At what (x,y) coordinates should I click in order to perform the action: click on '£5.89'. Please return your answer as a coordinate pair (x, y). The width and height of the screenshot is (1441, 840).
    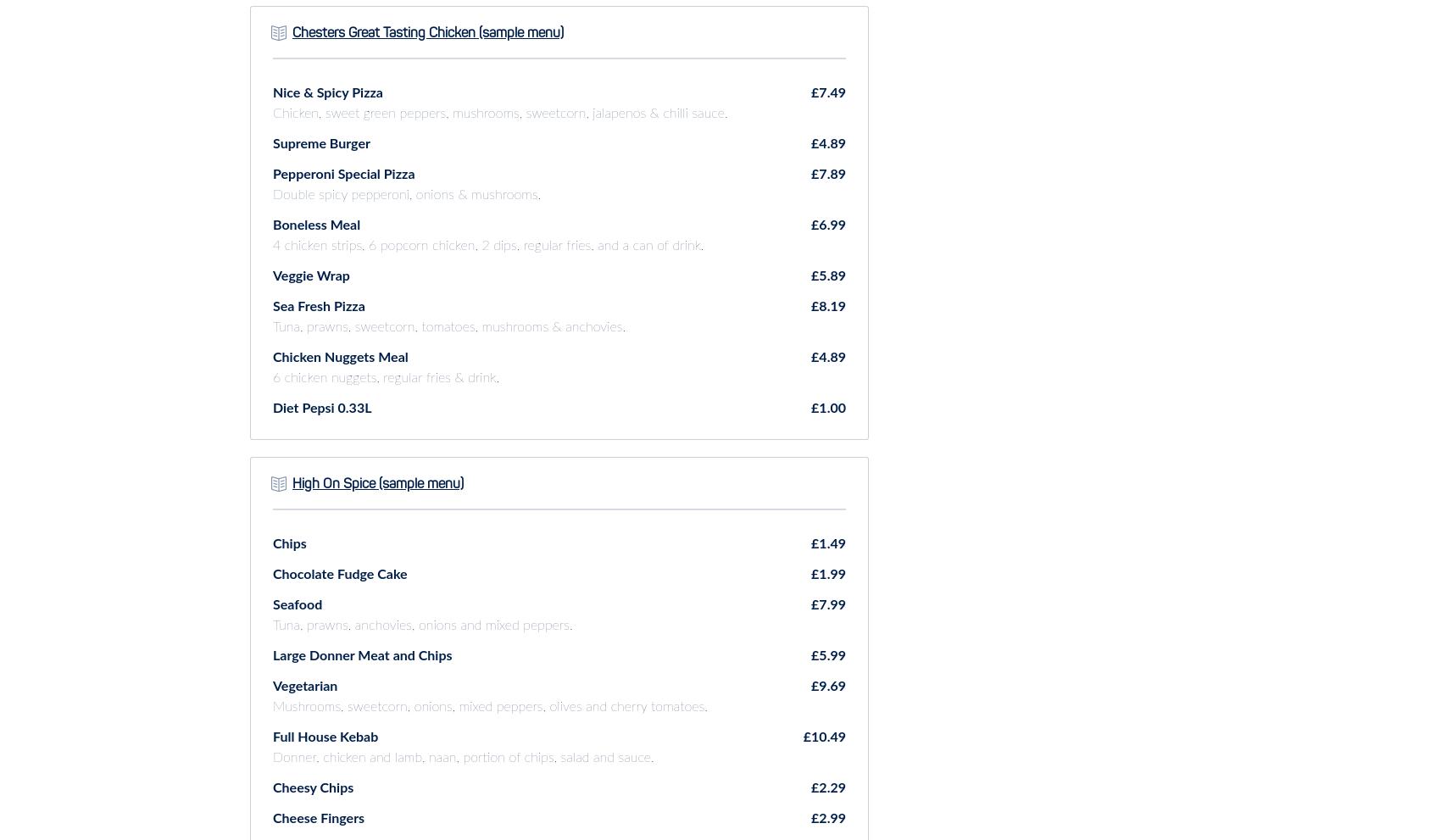
    Looking at the image, I should click on (827, 275).